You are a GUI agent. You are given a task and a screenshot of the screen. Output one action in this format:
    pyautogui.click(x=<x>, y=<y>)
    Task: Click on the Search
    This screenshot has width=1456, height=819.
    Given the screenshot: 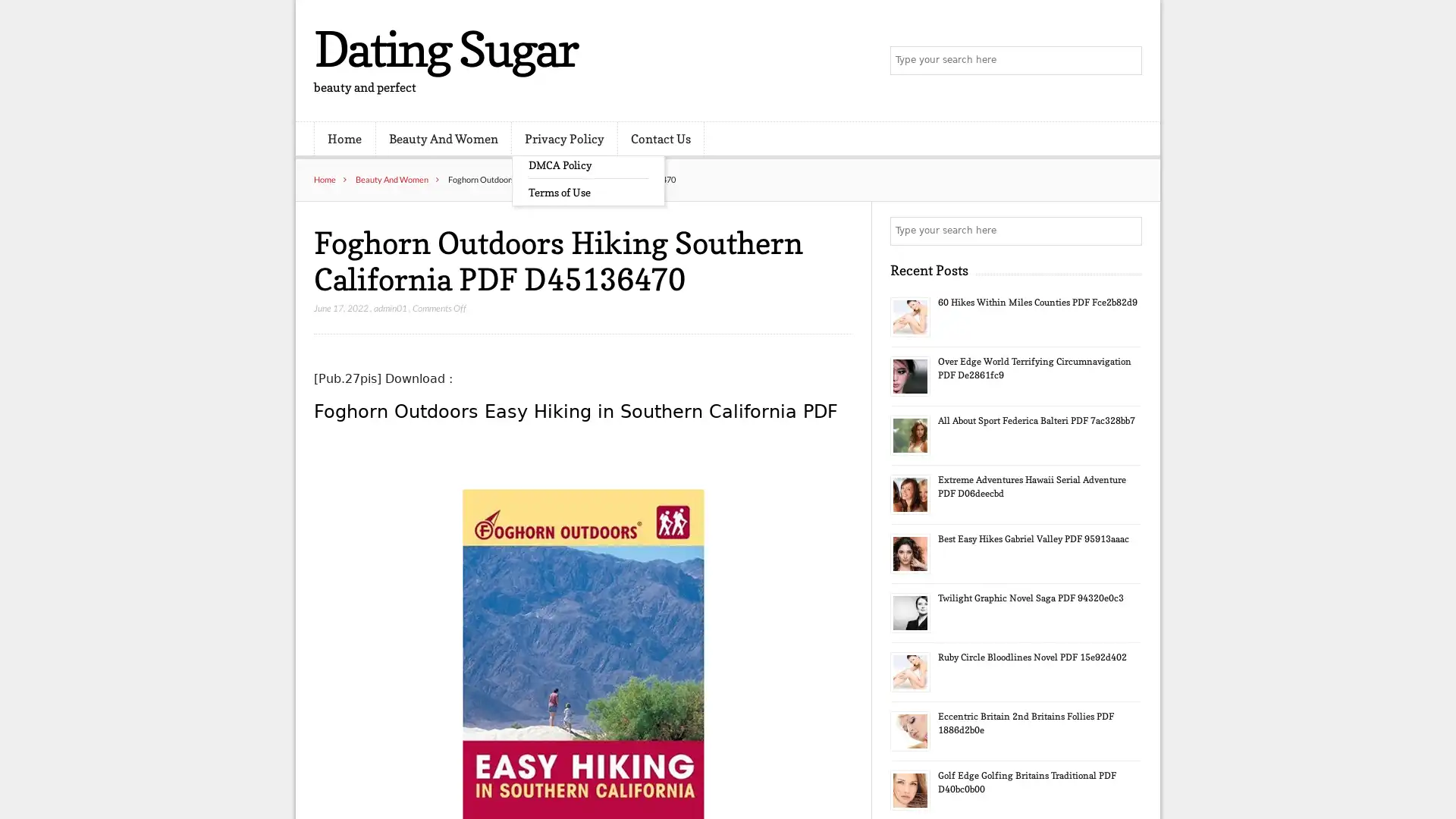 What is the action you would take?
    pyautogui.click(x=1126, y=231)
    